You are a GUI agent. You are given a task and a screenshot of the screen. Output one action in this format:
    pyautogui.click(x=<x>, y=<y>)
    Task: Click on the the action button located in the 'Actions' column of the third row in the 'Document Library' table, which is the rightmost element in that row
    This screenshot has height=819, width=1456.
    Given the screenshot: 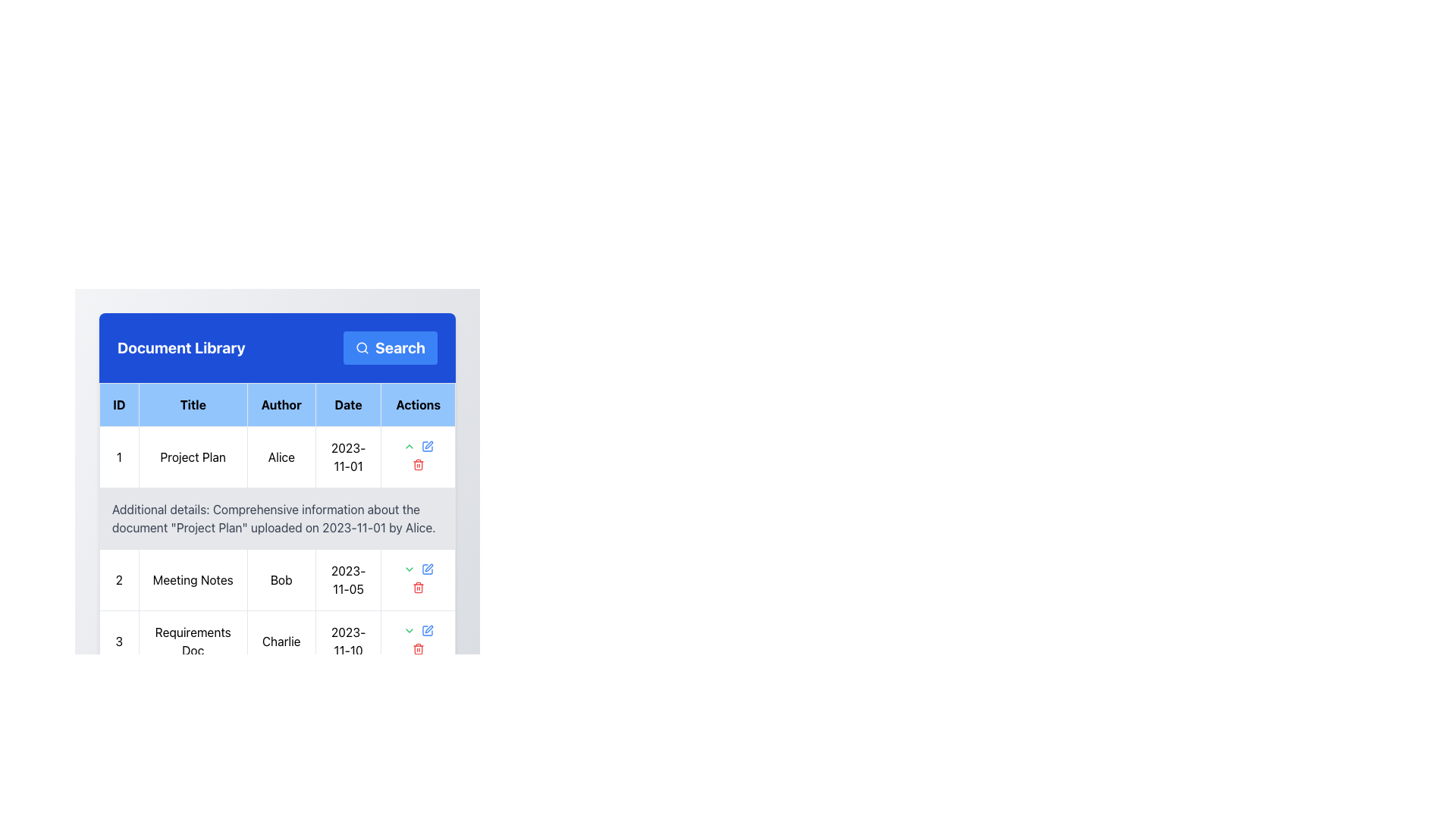 What is the action you would take?
    pyautogui.click(x=418, y=641)
    